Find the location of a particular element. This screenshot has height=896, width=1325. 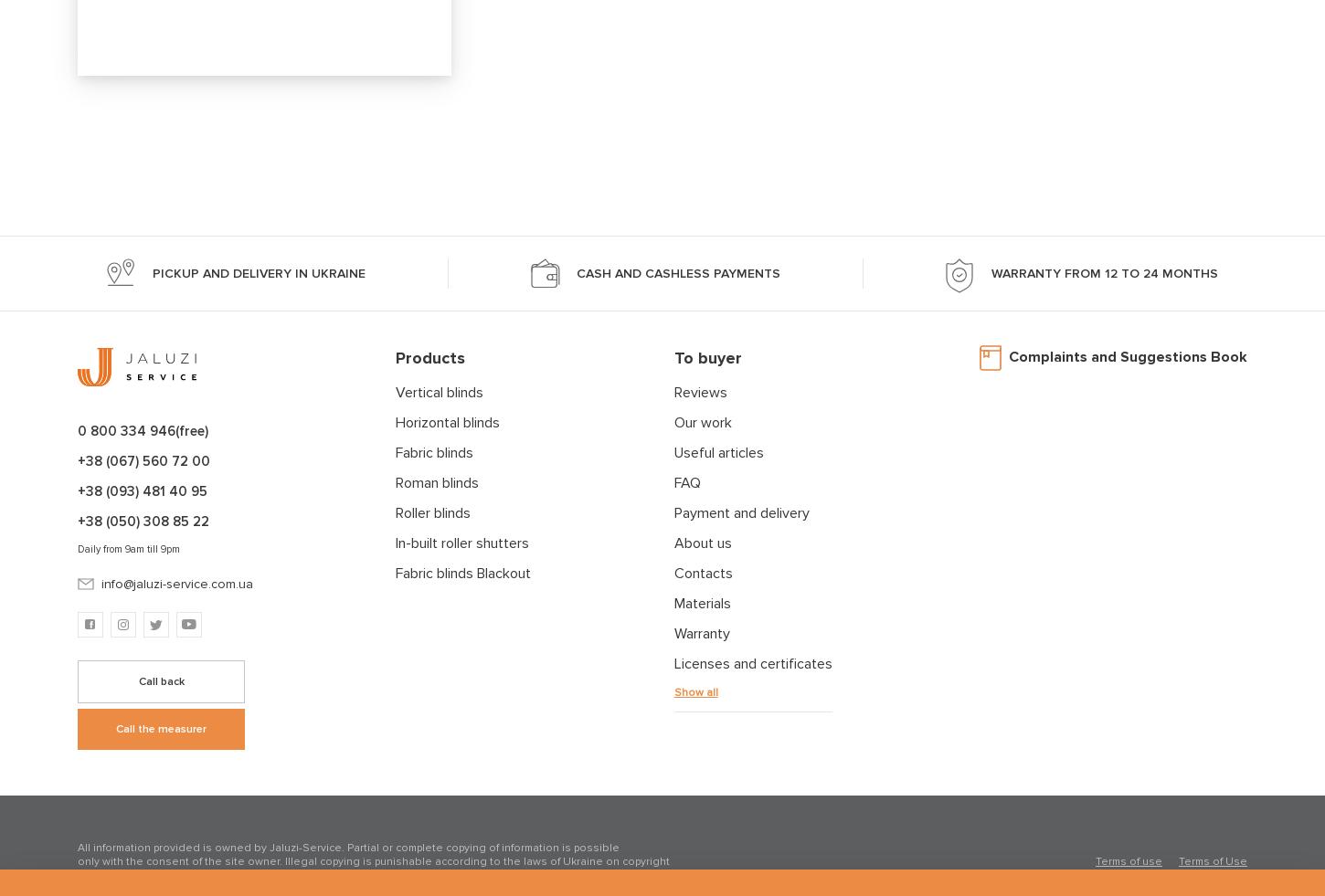

'About us' is located at coordinates (702, 543).